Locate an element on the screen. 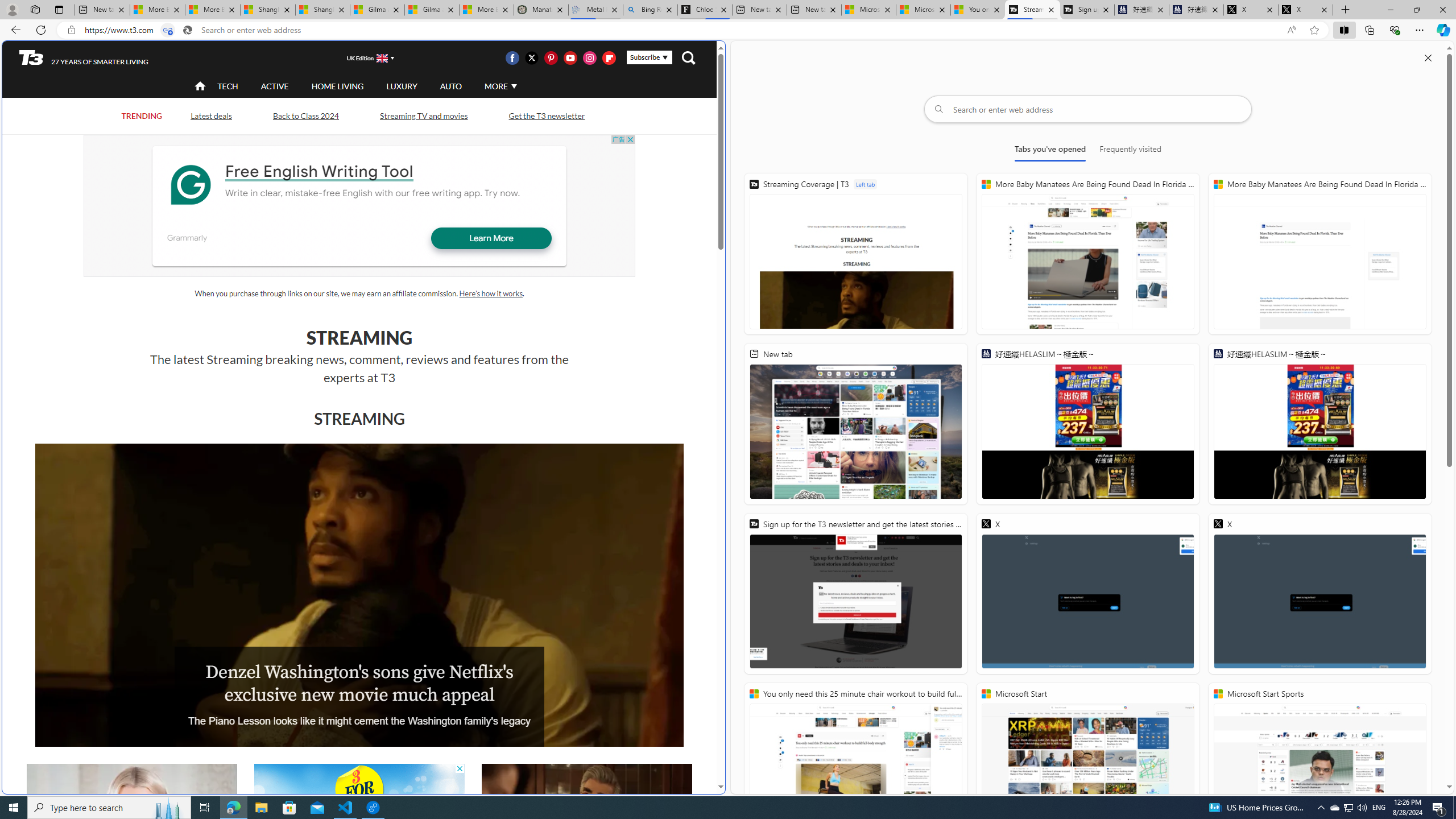 This screenshot has height=819, width=1456. 'Visit us on Facebook' is located at coordinates (512, 57).